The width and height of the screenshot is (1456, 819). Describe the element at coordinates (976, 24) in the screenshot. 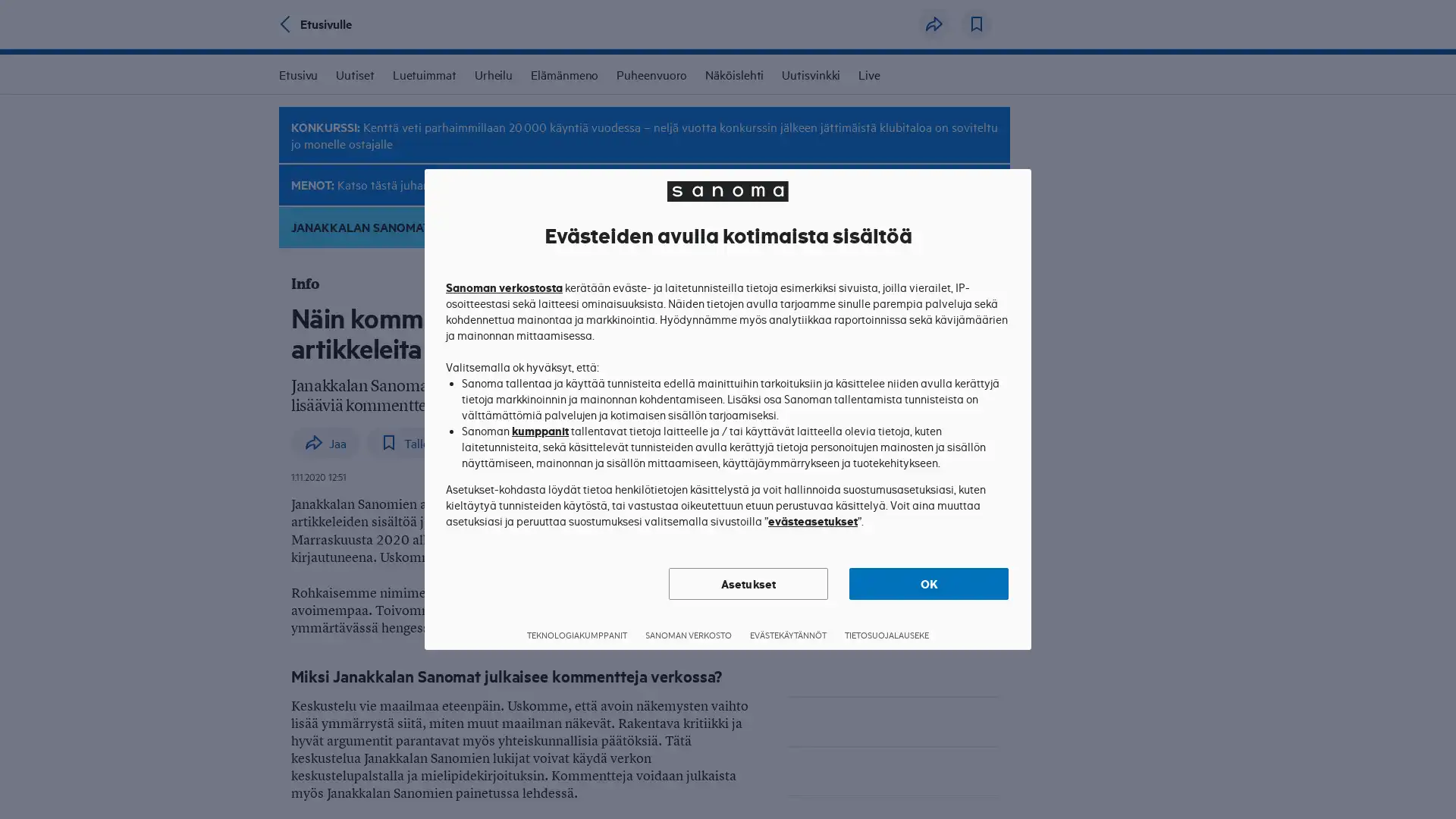

I see `Tallenna` at that location.